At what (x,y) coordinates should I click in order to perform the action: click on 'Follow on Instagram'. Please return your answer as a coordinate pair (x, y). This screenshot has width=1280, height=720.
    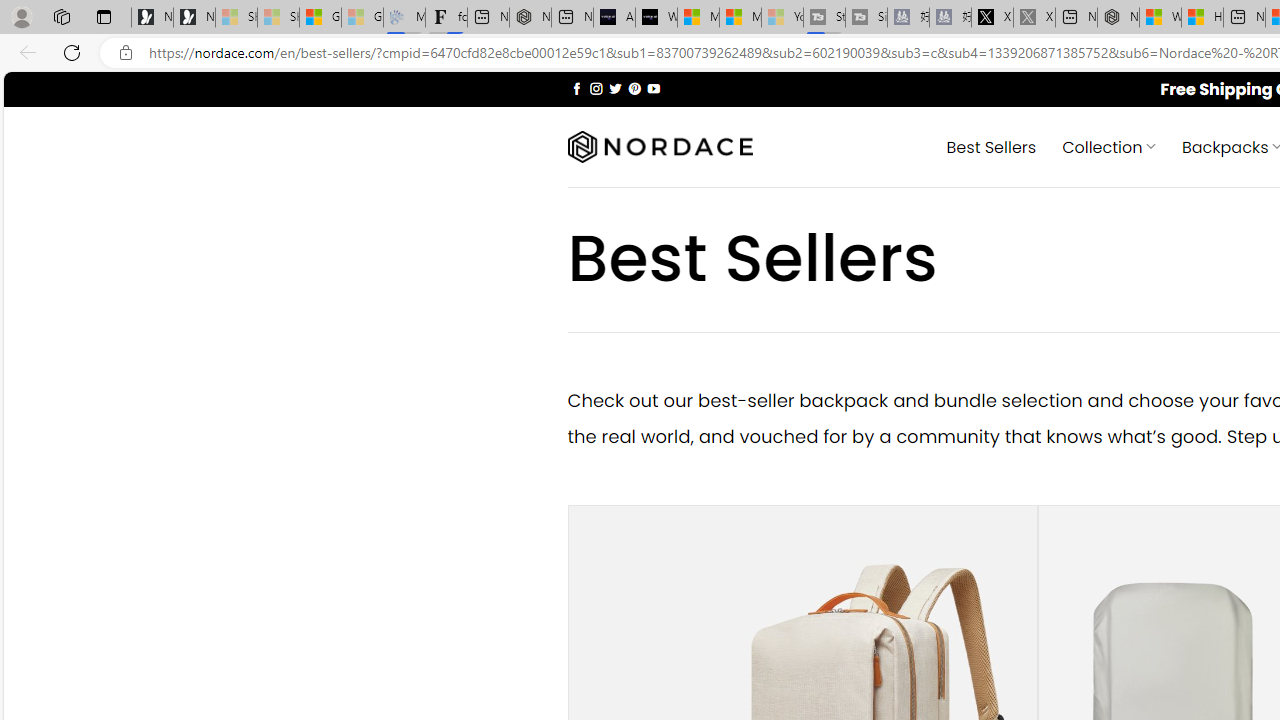
    Looking at the image, I should click on (595, 87).